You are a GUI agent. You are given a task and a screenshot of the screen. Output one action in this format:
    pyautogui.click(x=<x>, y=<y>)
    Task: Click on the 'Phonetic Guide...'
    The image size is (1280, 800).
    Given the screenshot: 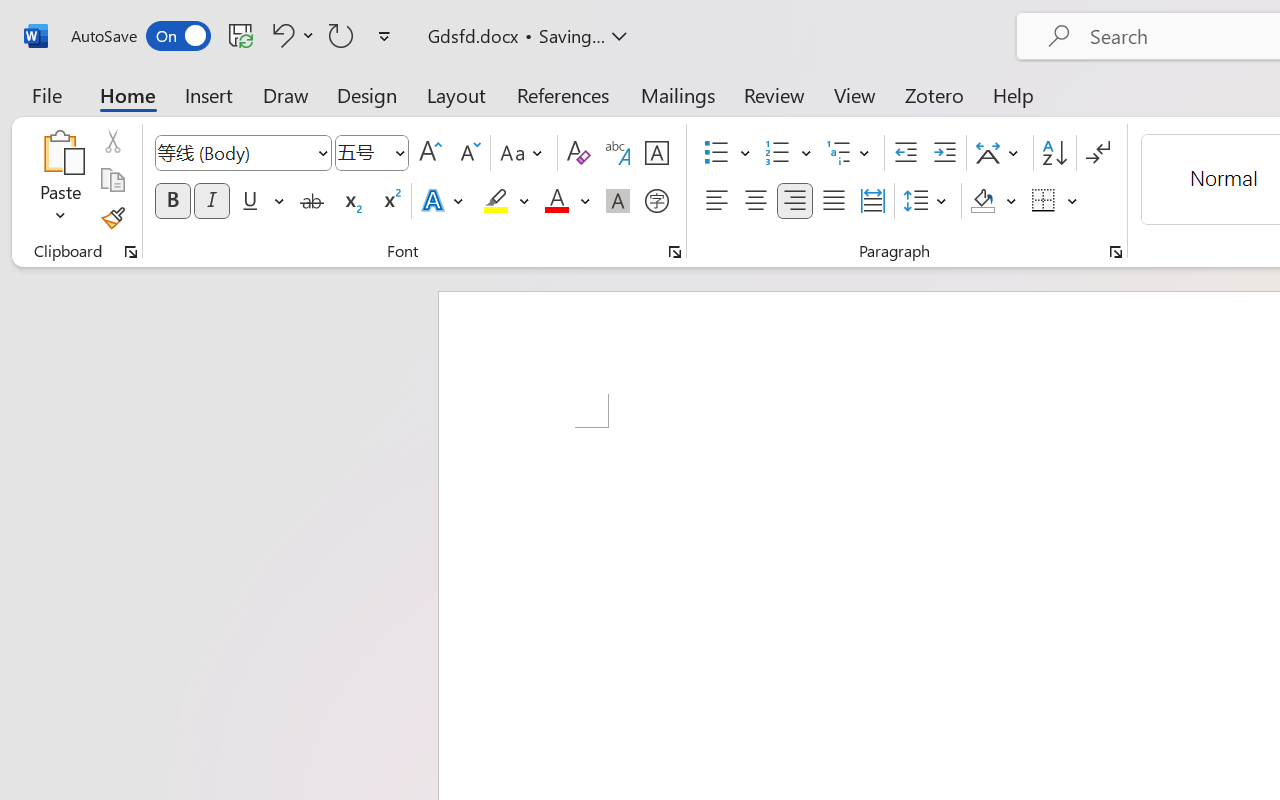 What is the action you would take?
    pyautogui.click(x=617, y=153)
    